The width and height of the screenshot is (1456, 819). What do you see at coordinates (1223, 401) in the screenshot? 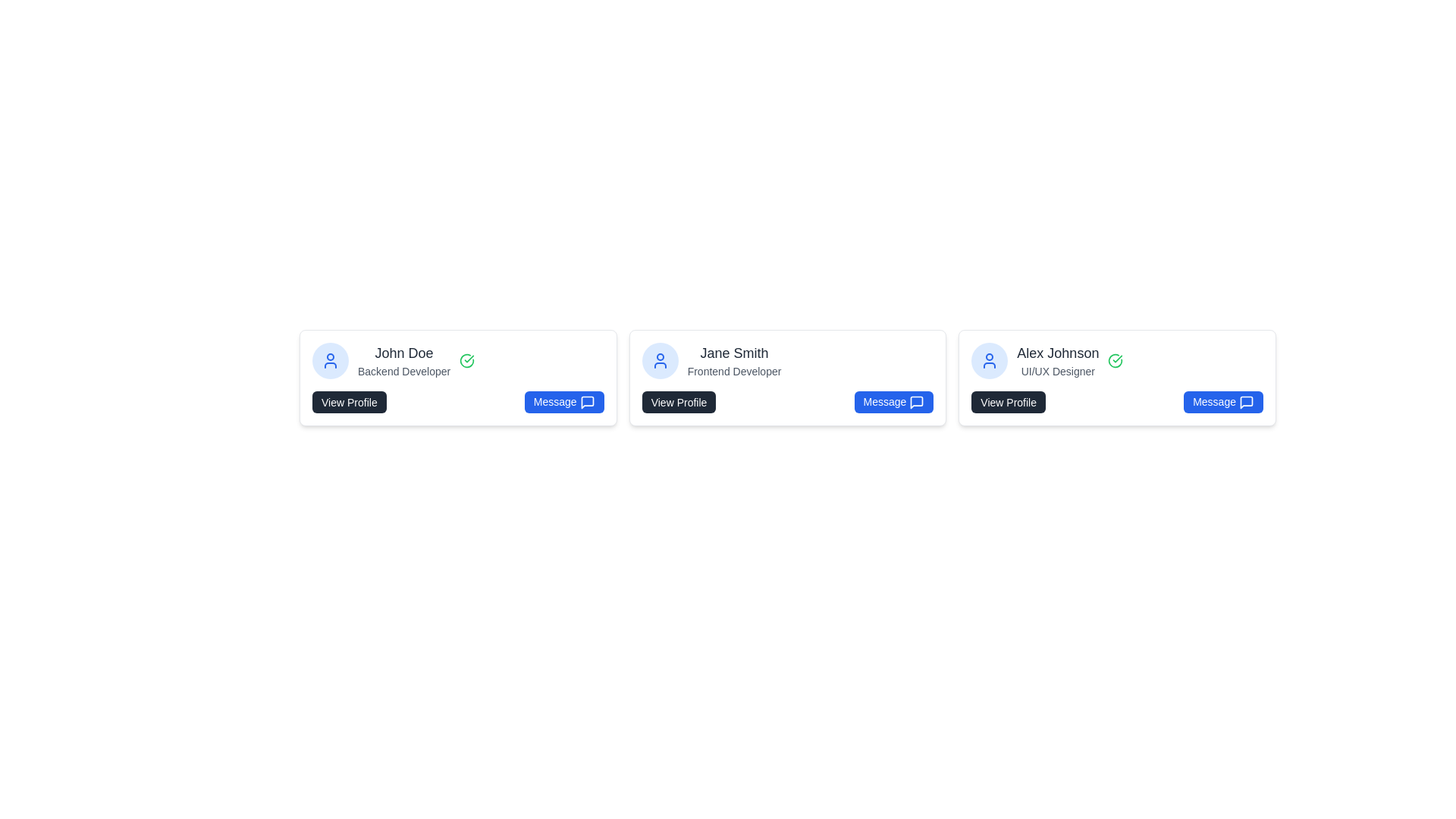
I see `the 'Message' button, which is a blue button with white text and a speech bubble icon, located at the bottom-right corner of Alex Johnson's card` at bounding box center [1223, 401].